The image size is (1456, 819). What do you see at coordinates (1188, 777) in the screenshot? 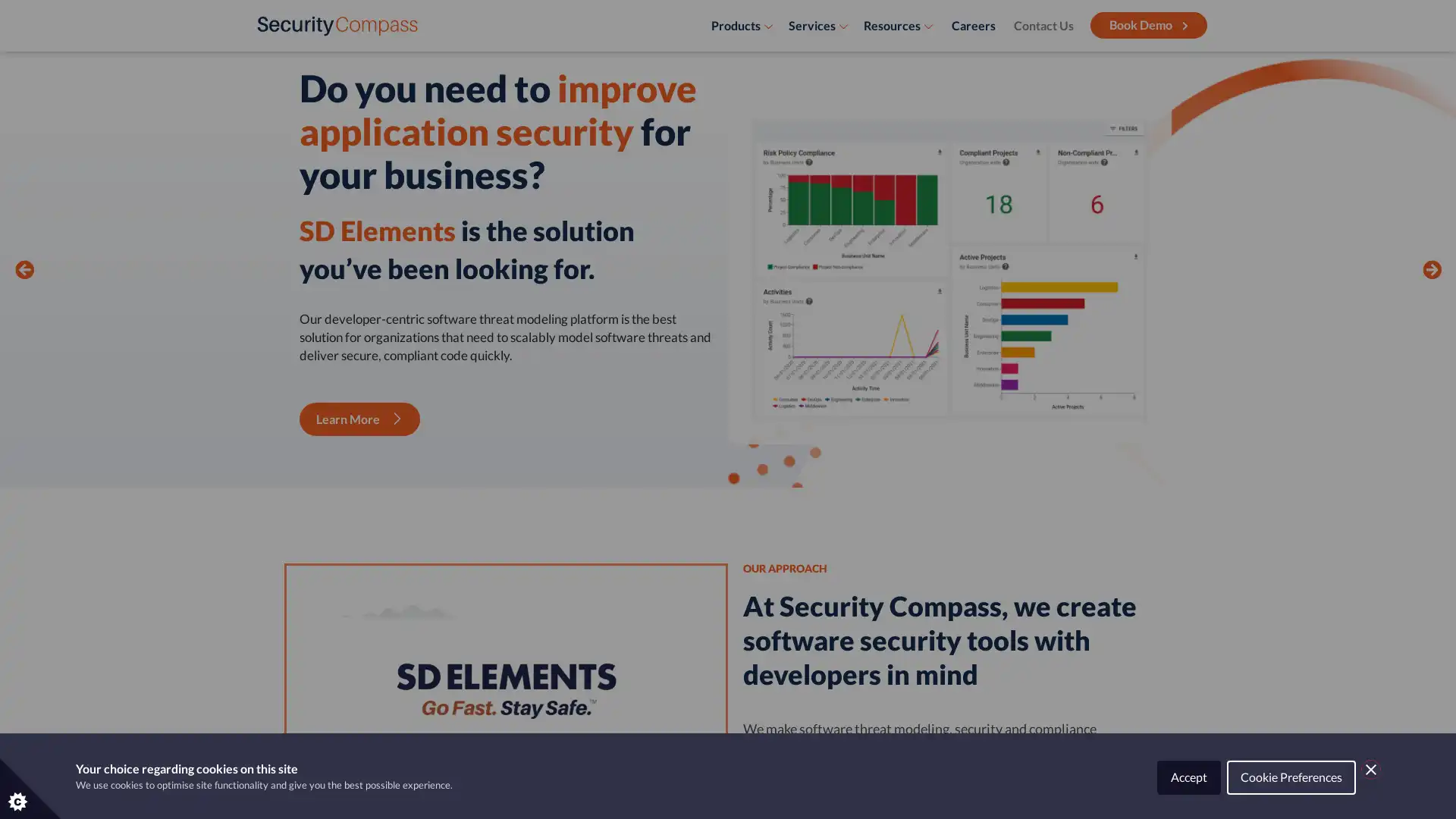
I see `Accept` at bounding box center [1188, 777].